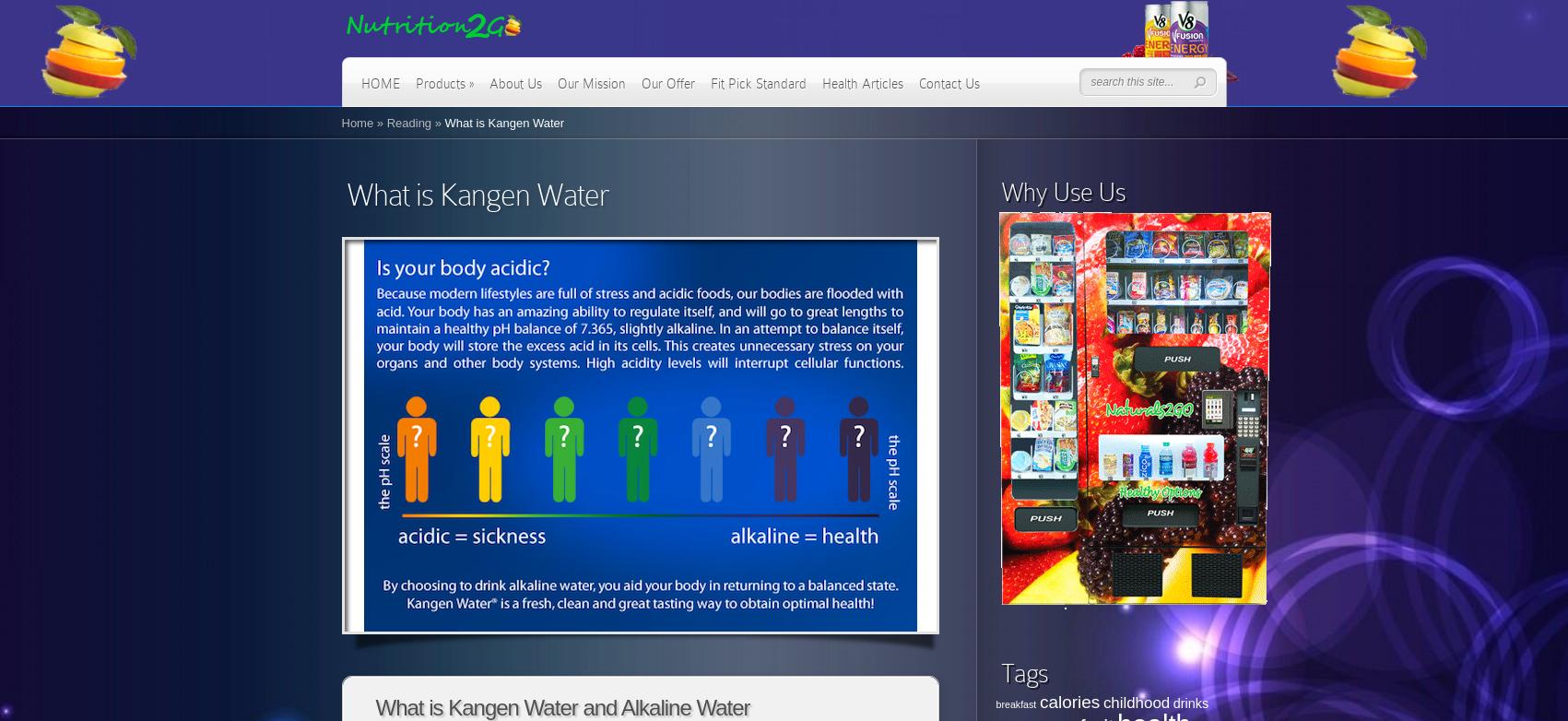 This screenshot has height=721, width=1568. I want to click on 'Health Articles', so click(861, 84).